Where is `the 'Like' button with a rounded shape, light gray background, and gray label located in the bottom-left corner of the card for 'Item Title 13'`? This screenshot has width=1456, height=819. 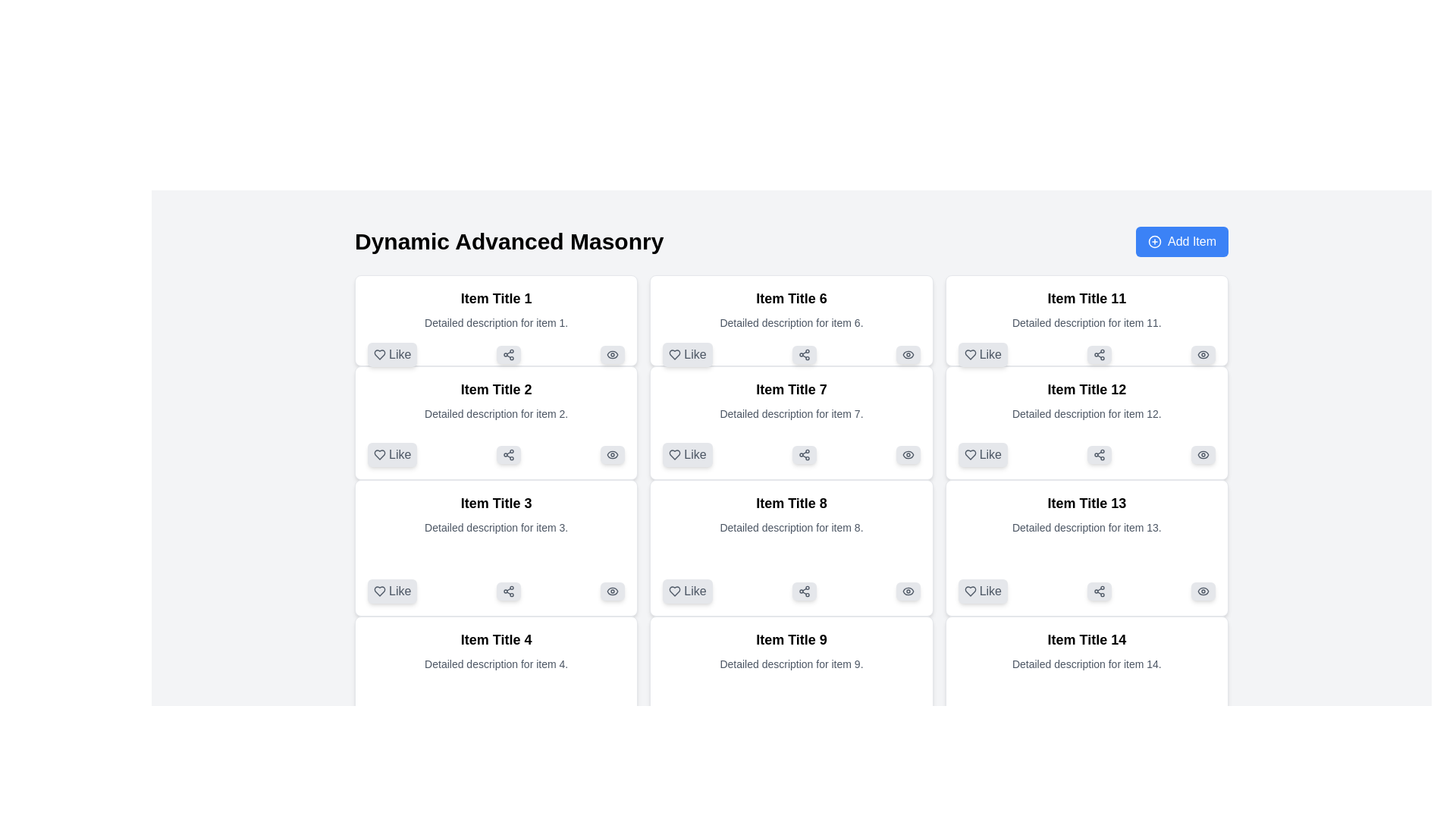 the 'Like' button with a rounded shape, light gray background, and gray label located in the bottom-left corner of the card for 'Item Title 13' is located at coordinates (983, 590).